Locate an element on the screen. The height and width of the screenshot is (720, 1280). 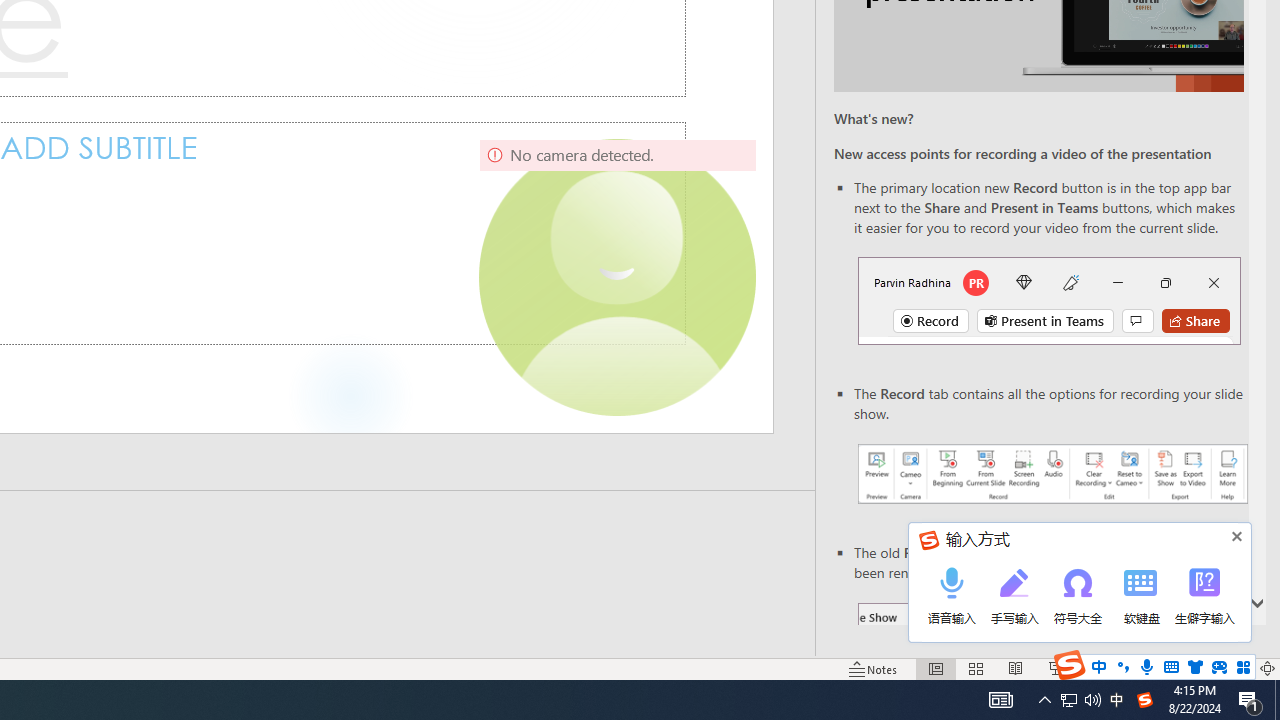
'Record your presentations screenshot one' is located at coordinates (1051, 474).